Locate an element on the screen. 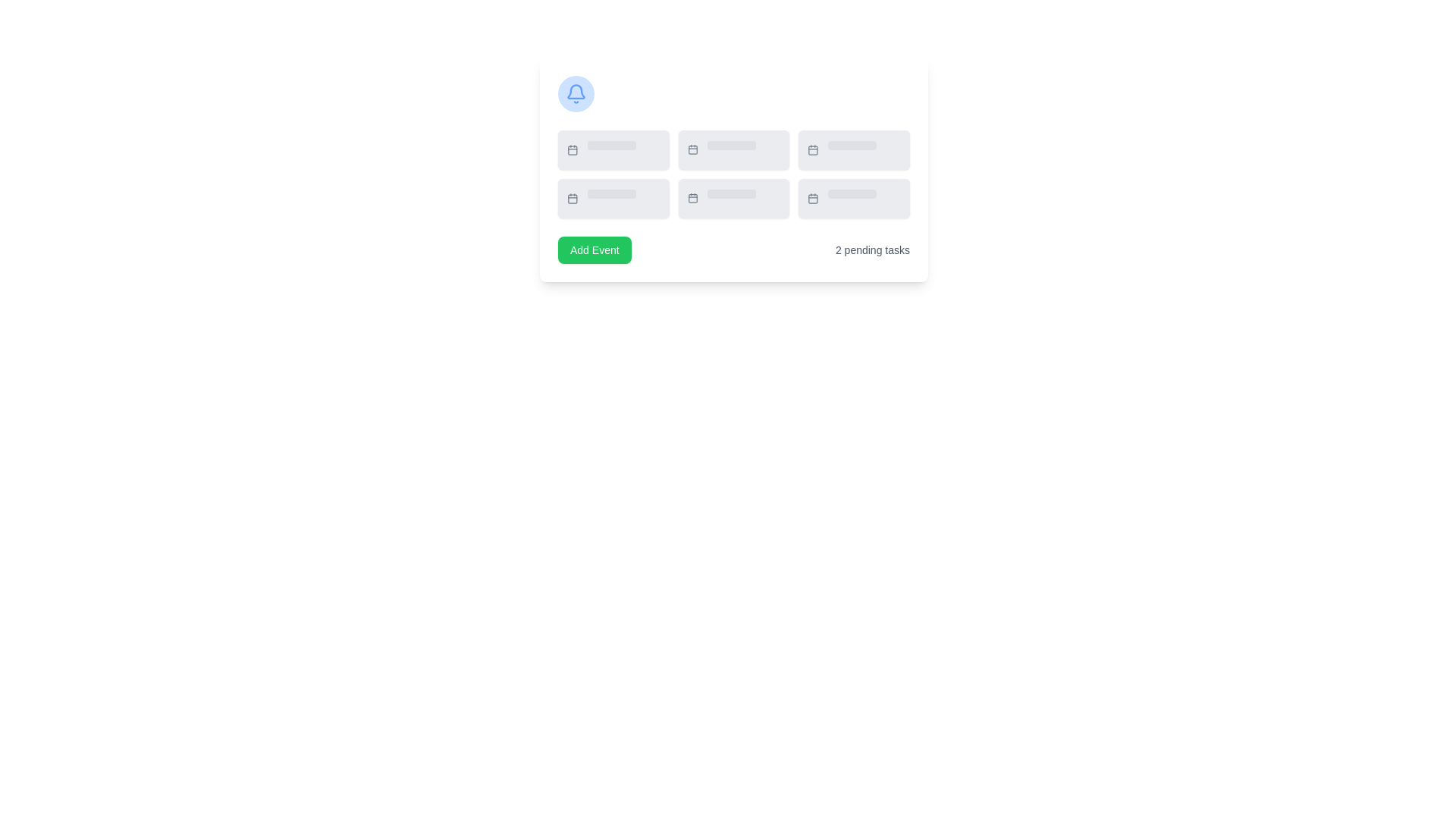  the calendar icon, which is the first item in the leftmost column of a grid layout is located at coordinates (571, 149).